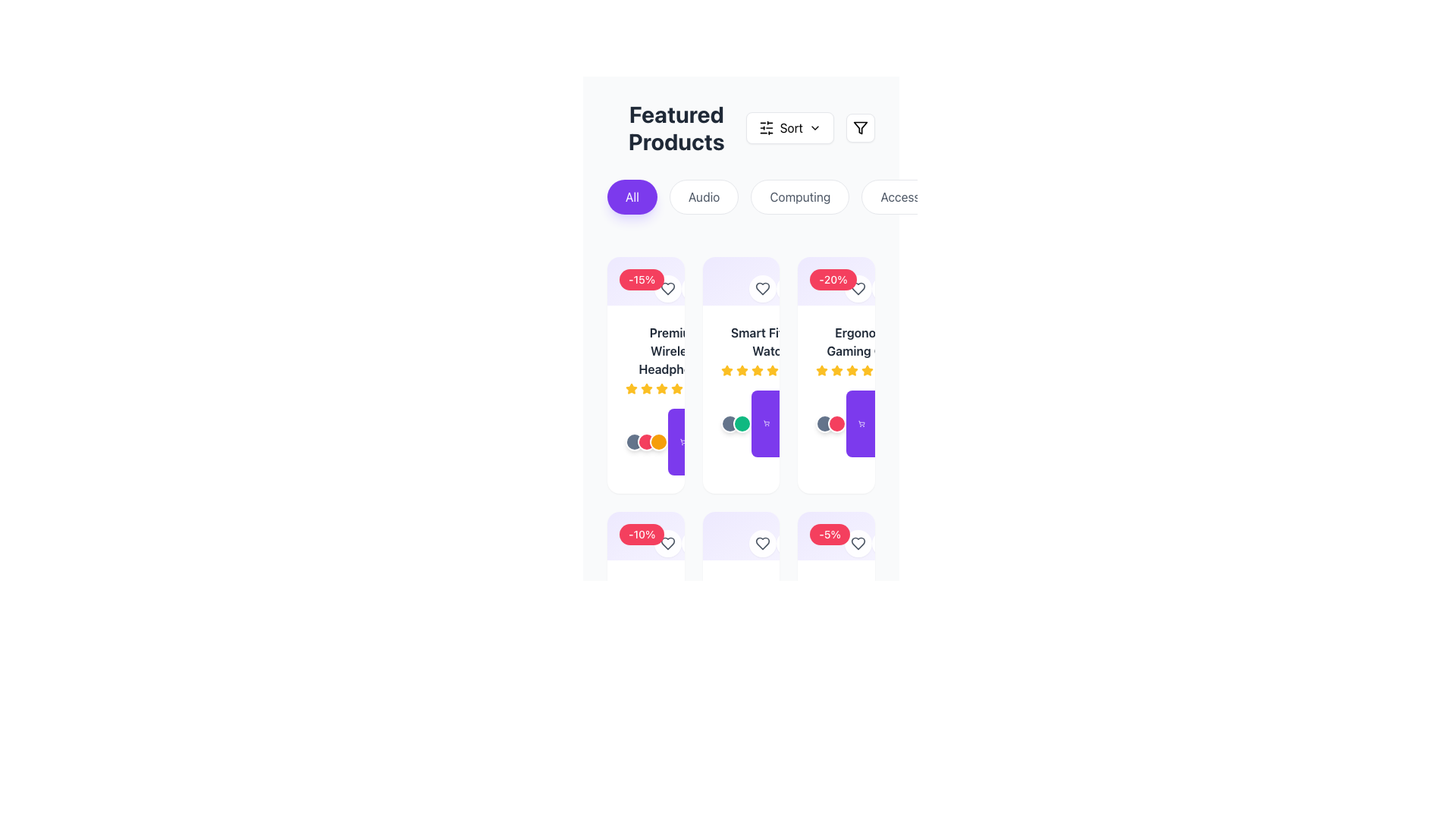  I want to click on the graphical representation of the sixth star icon in the rating system, which visually indicates a quality rating of 4.5 for the product, so click(676, 388).